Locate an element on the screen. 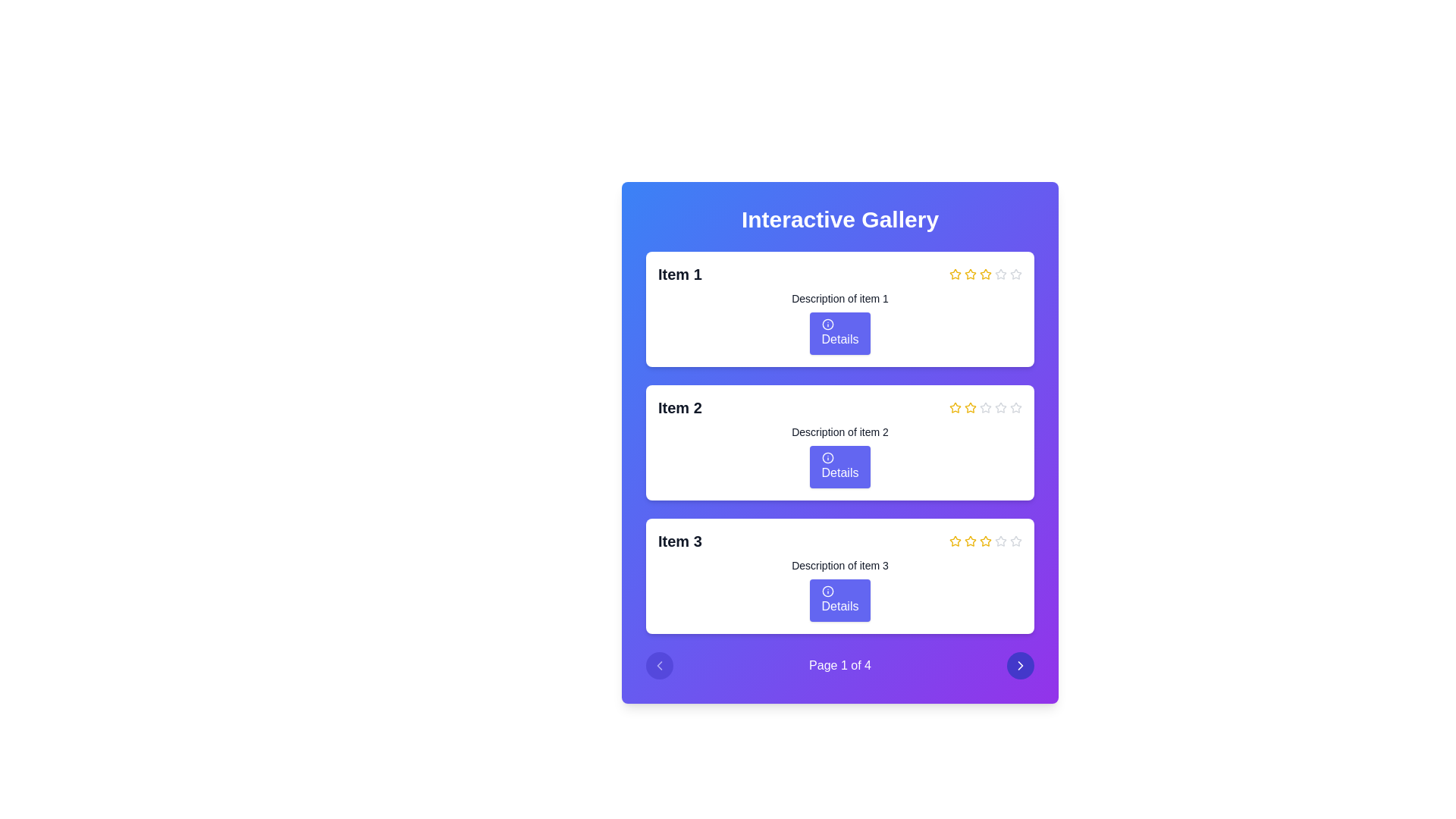 The image size is (1456, 819). the second star in the rating row of the interactive gallery to set the rating to two stars is located at coordinates (953, 406).